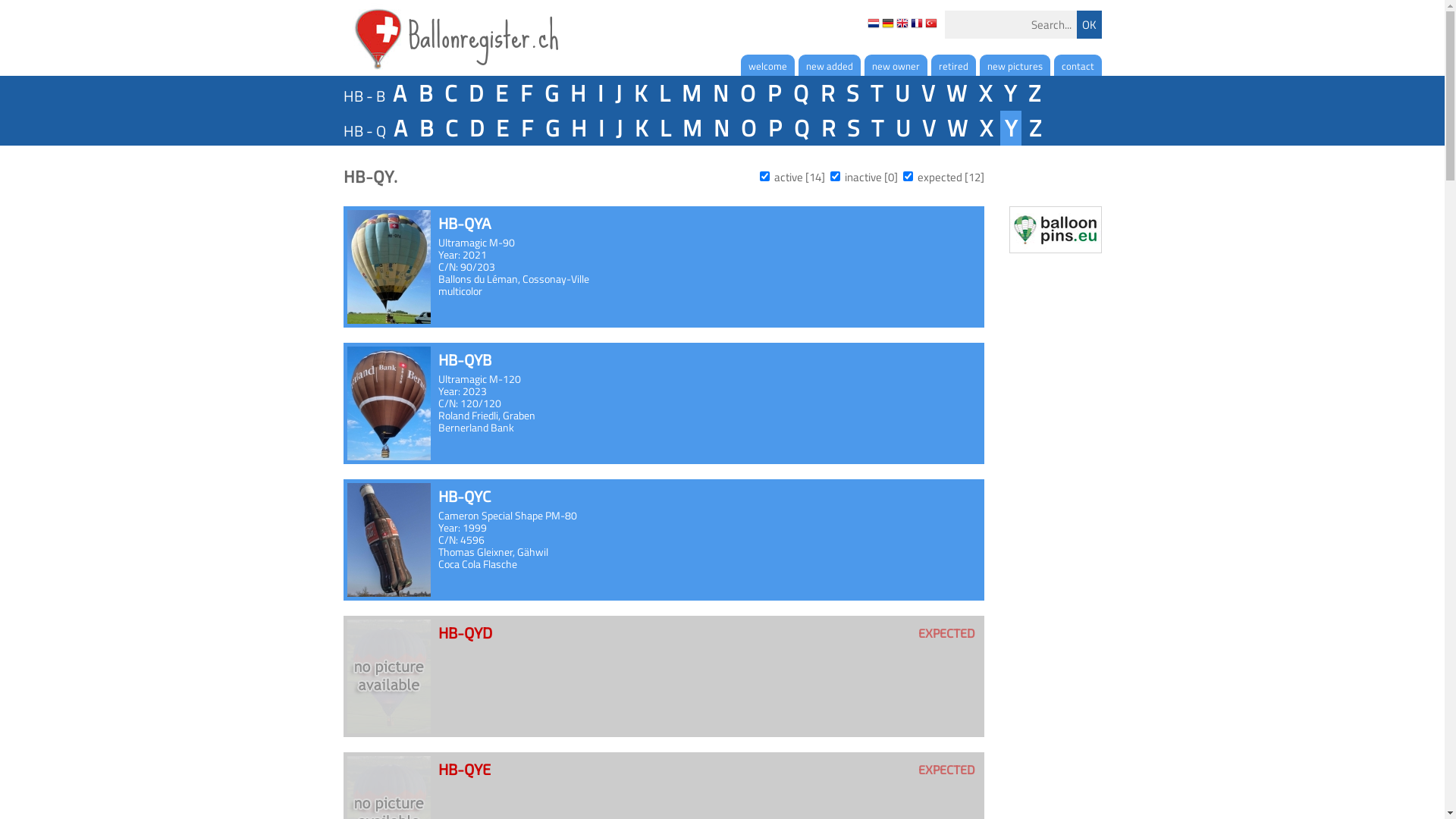 Image resolution: width=1456 pixels, height=819 pixels. I want to click on 'new pictures', so click(1015, 64).